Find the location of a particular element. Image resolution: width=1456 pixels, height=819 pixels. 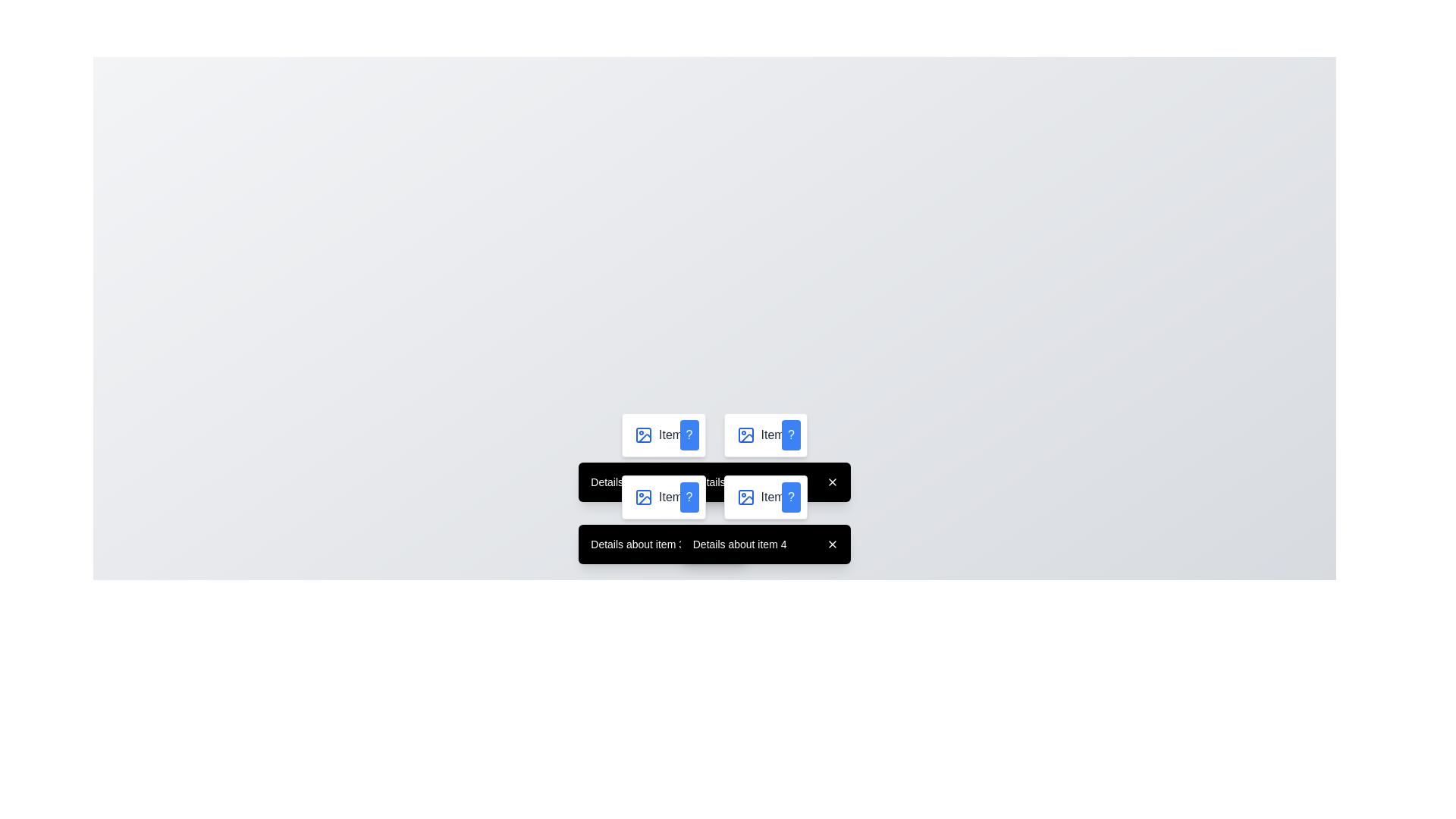

the SVG graphical element representing an image placeholder to trigger a tooltip is located at coordinates (644, 497).